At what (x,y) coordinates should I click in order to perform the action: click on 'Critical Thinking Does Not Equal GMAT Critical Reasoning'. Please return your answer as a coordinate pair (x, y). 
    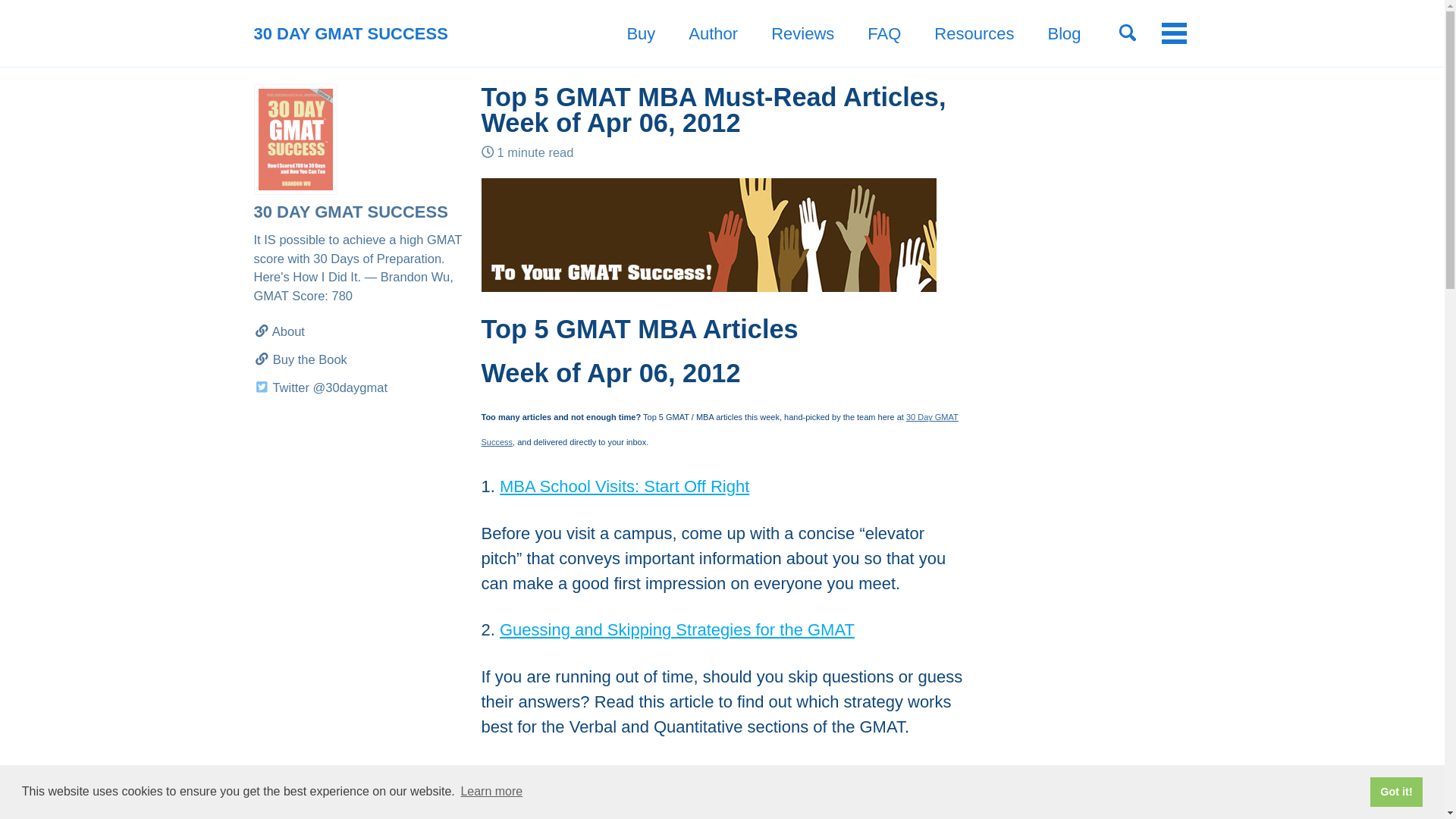
    Looking at the image, I should click on (499, 773).